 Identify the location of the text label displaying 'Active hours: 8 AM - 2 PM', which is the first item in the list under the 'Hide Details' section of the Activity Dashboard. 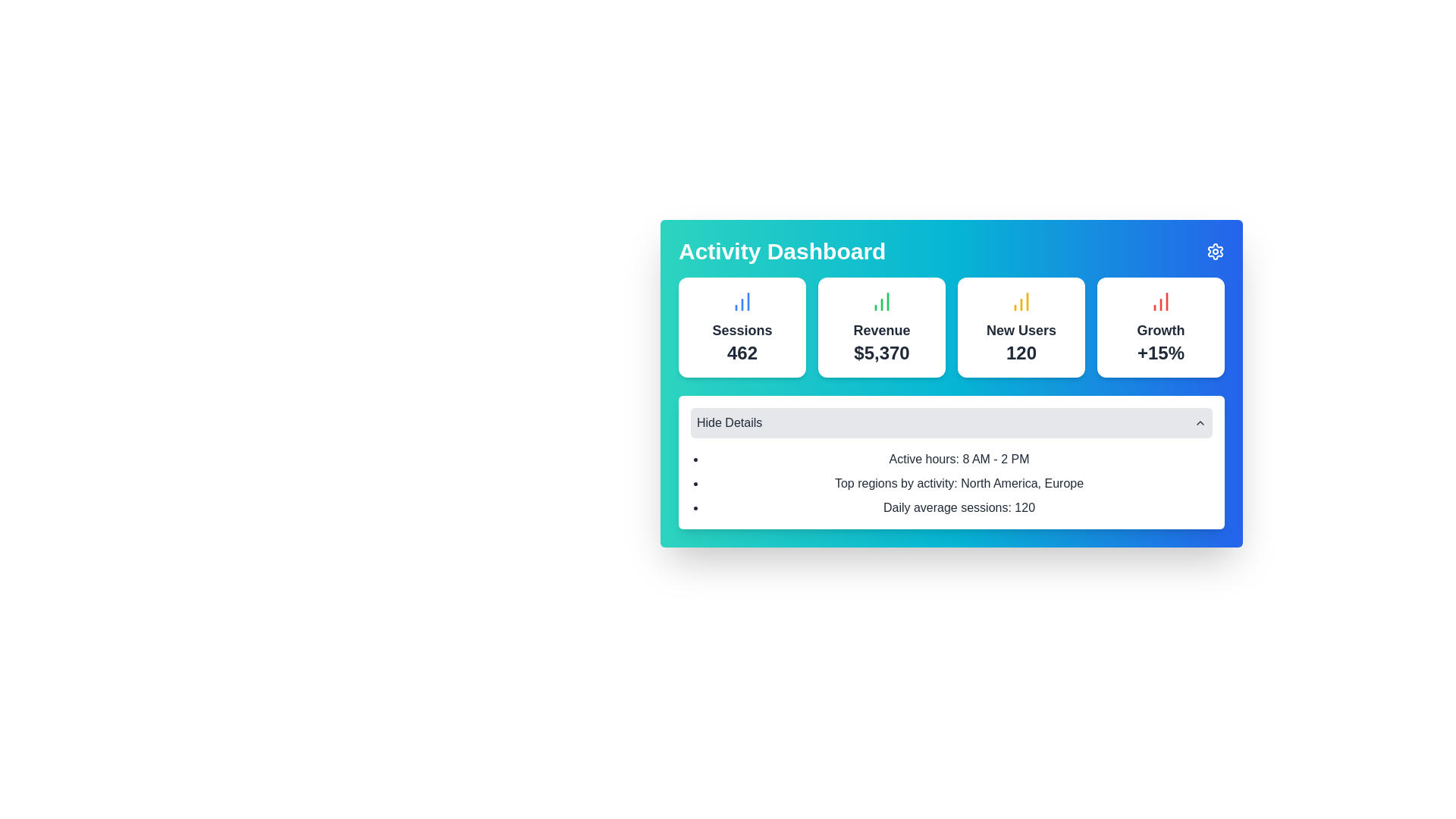
(959, 458).